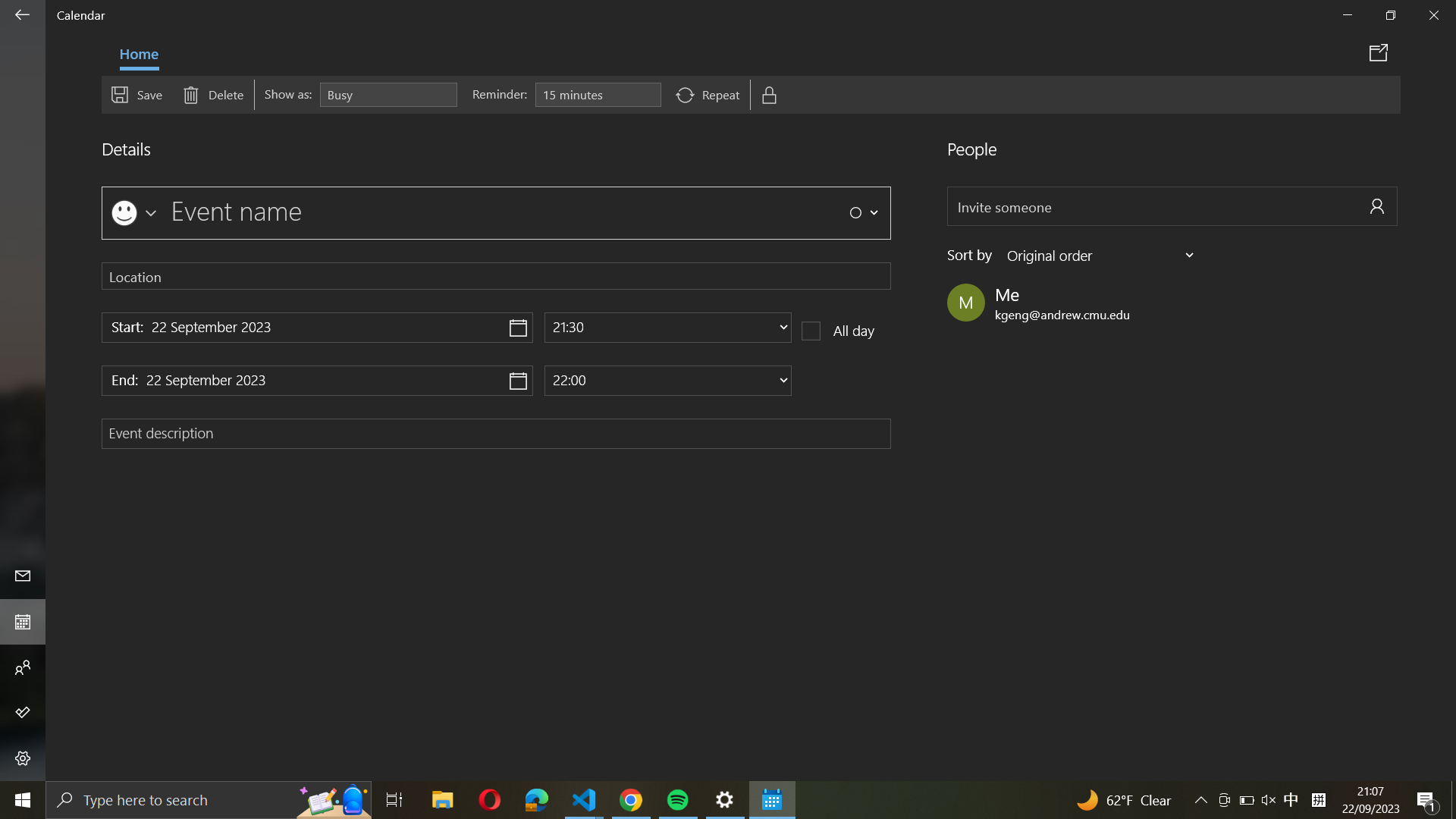 The width and height of the screenshot is (1456, 819). What do you see at coordinates (316, 327) in the screenshot?
I see `Change the starting date to "31 December 2021` at bounding box center [316, 327].